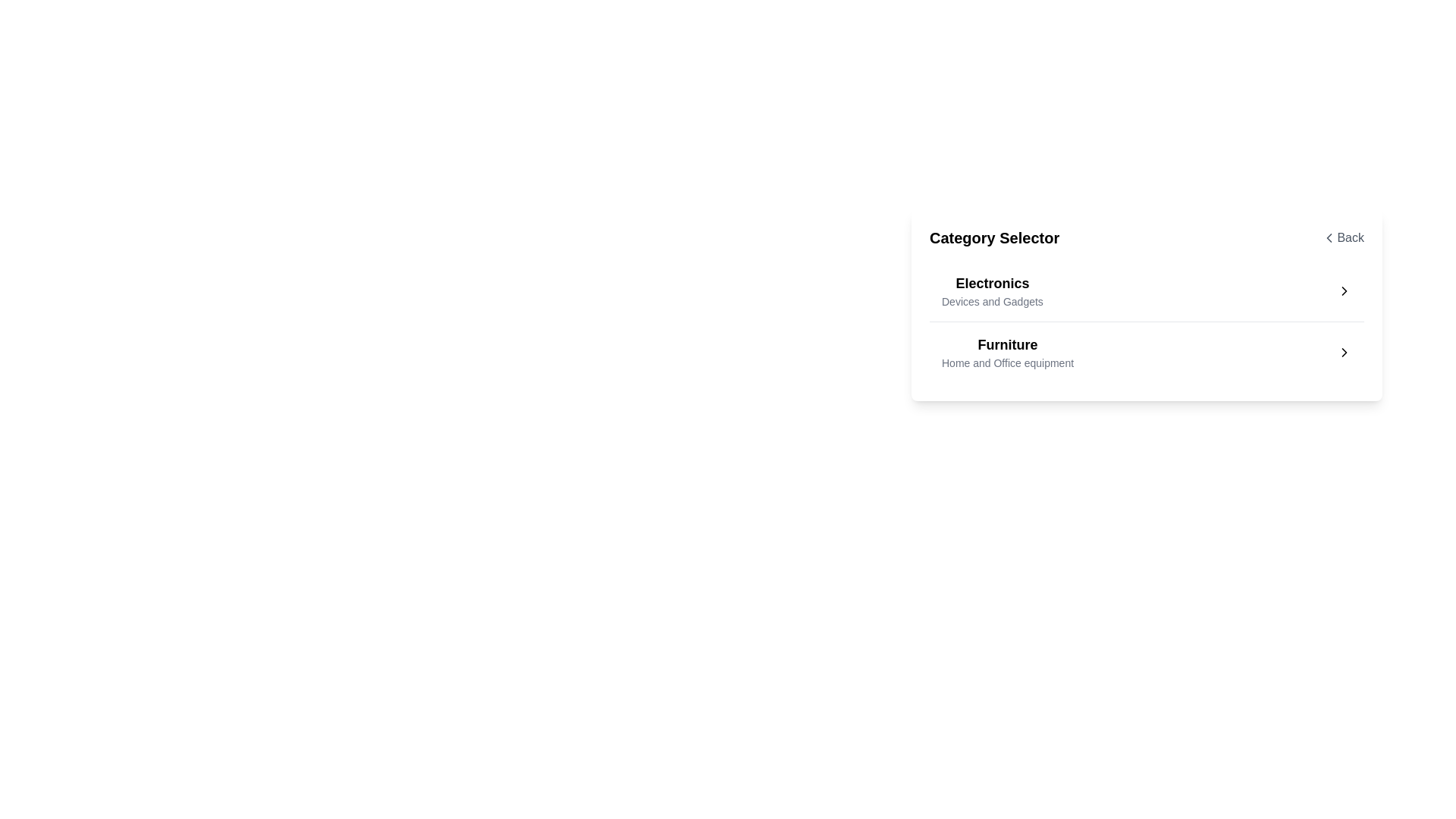 This screenshot has width=1456, height=819. I want to click on the second item in the 'Category Selector' list, so click(1147, 352).